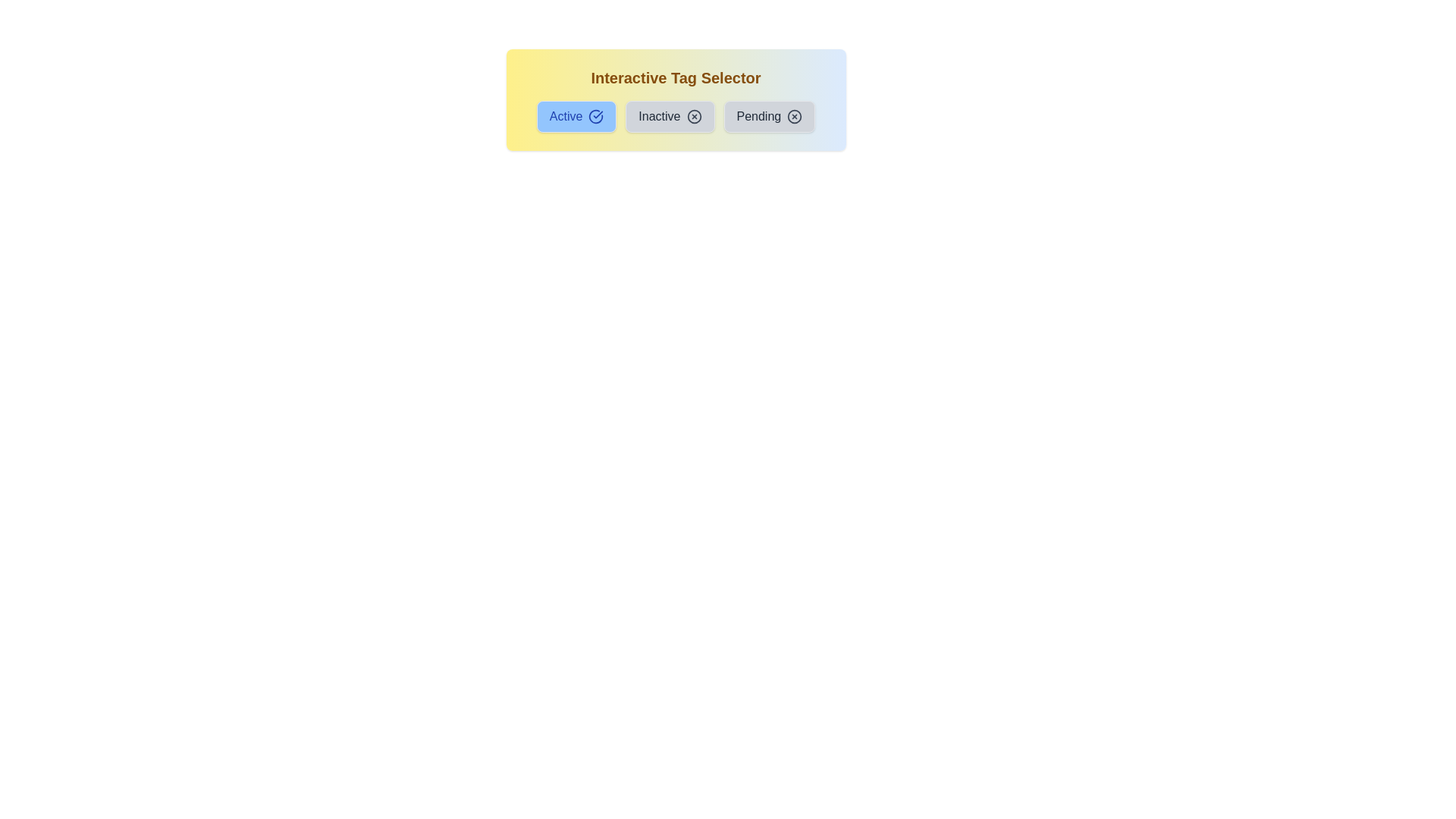  Describe the element at coordinates (575, 116) in the screenshot. I see `the Active tag by clicking on it` at that location.